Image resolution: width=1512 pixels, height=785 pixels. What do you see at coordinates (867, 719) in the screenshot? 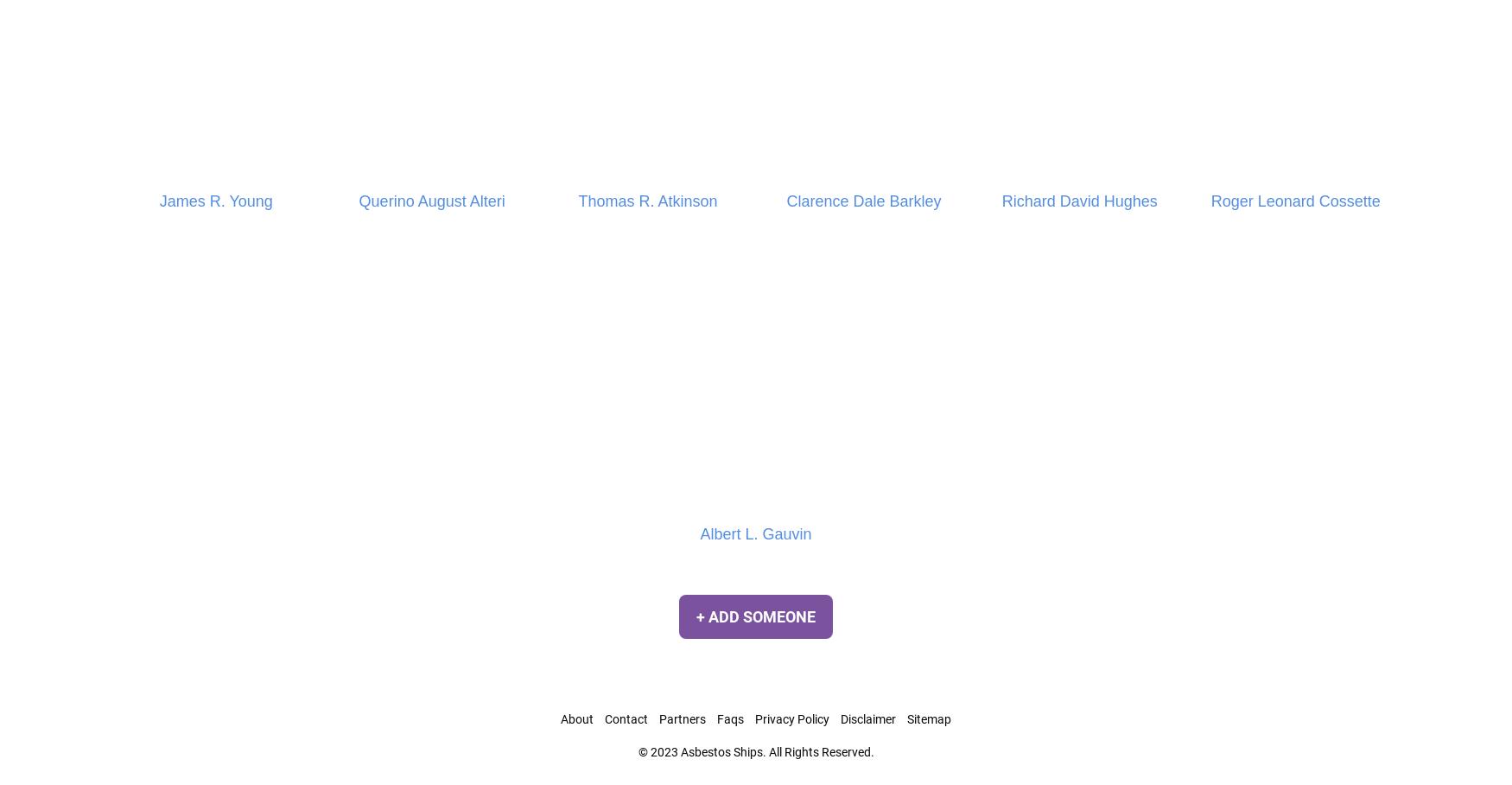
I see `'Disclaimer'` at bounding box center [867, 719].